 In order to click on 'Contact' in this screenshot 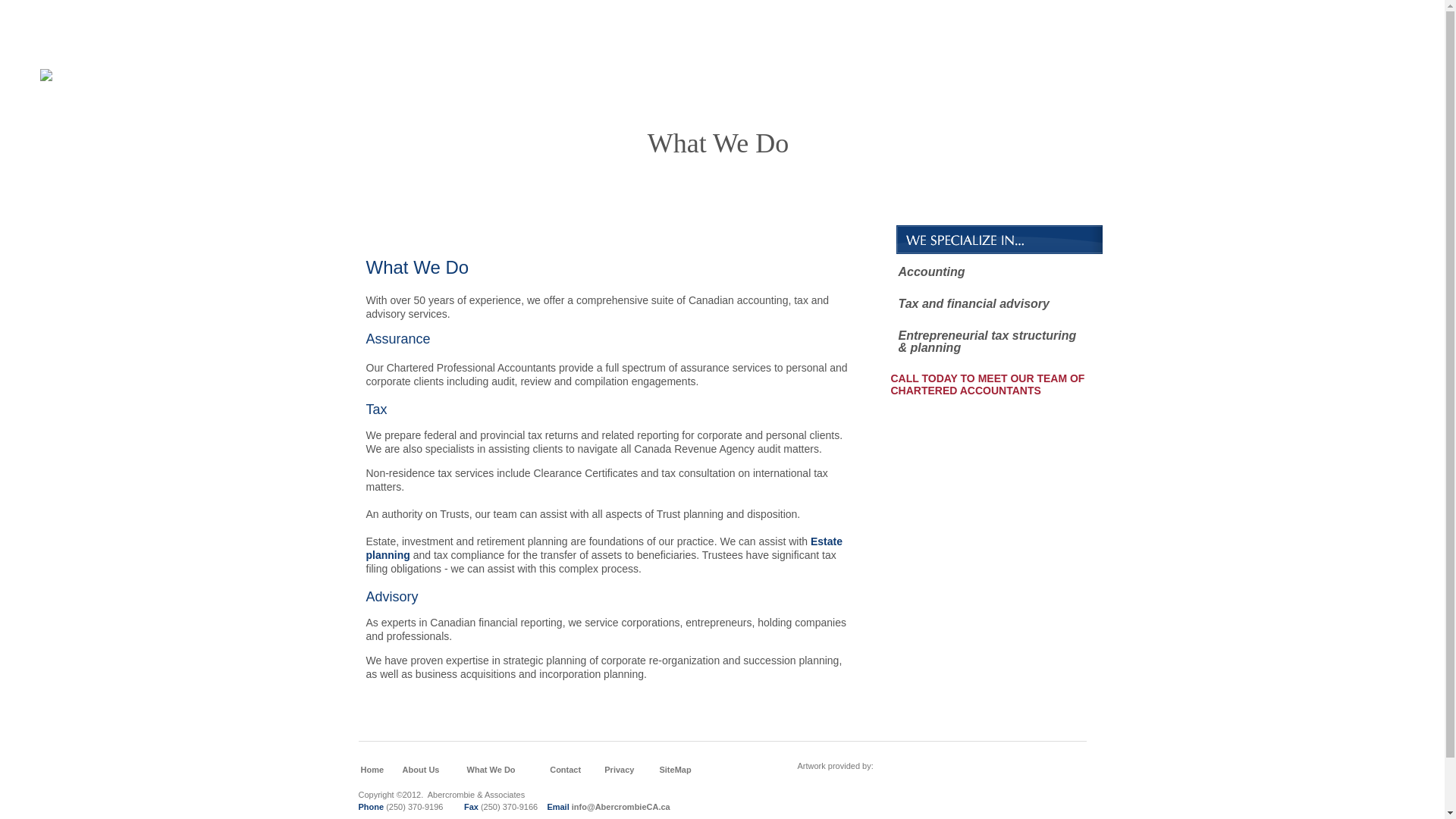, I will do `click(564, 769)`.